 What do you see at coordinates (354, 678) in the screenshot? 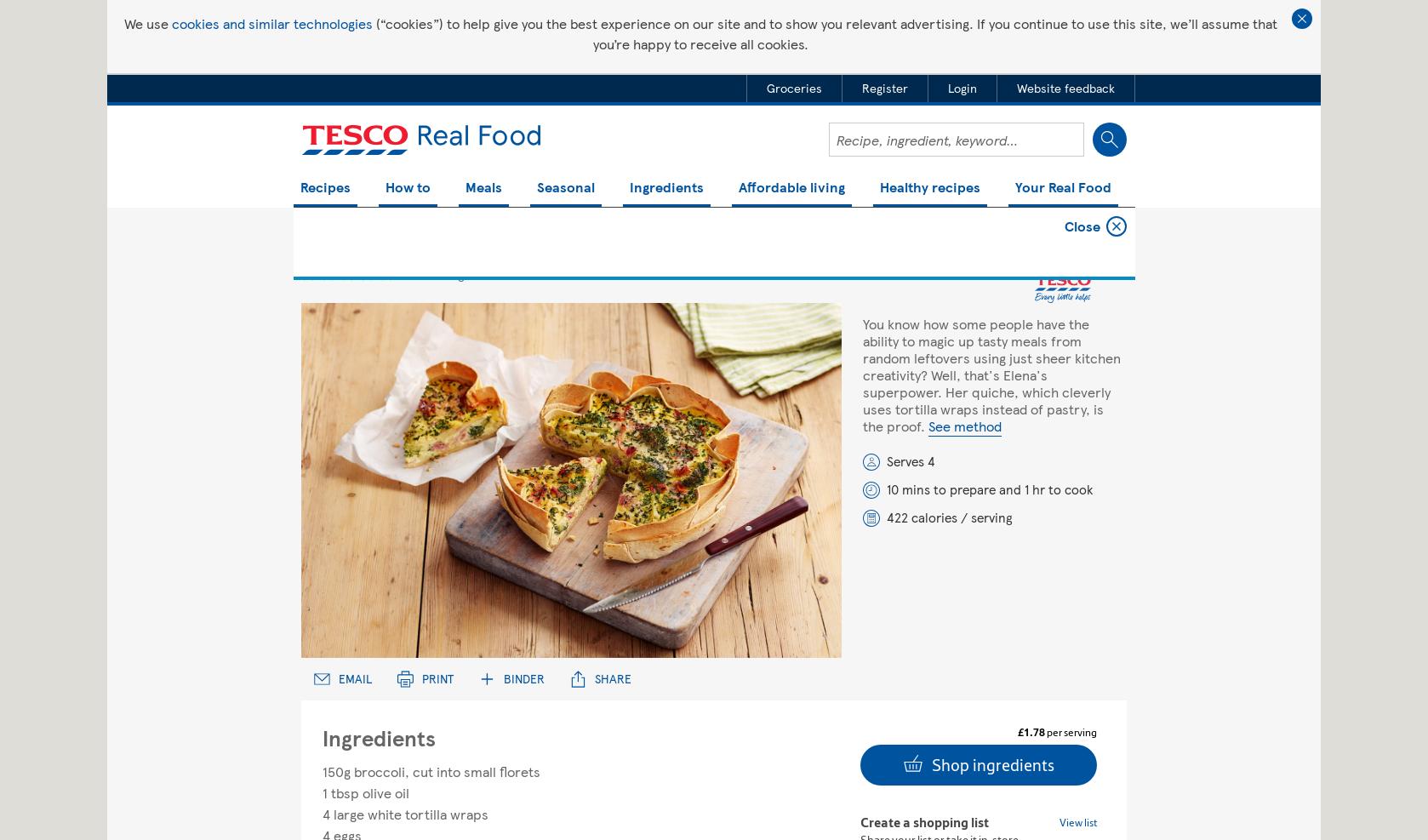
I see `'Email'` at bounding box center [354, 678].